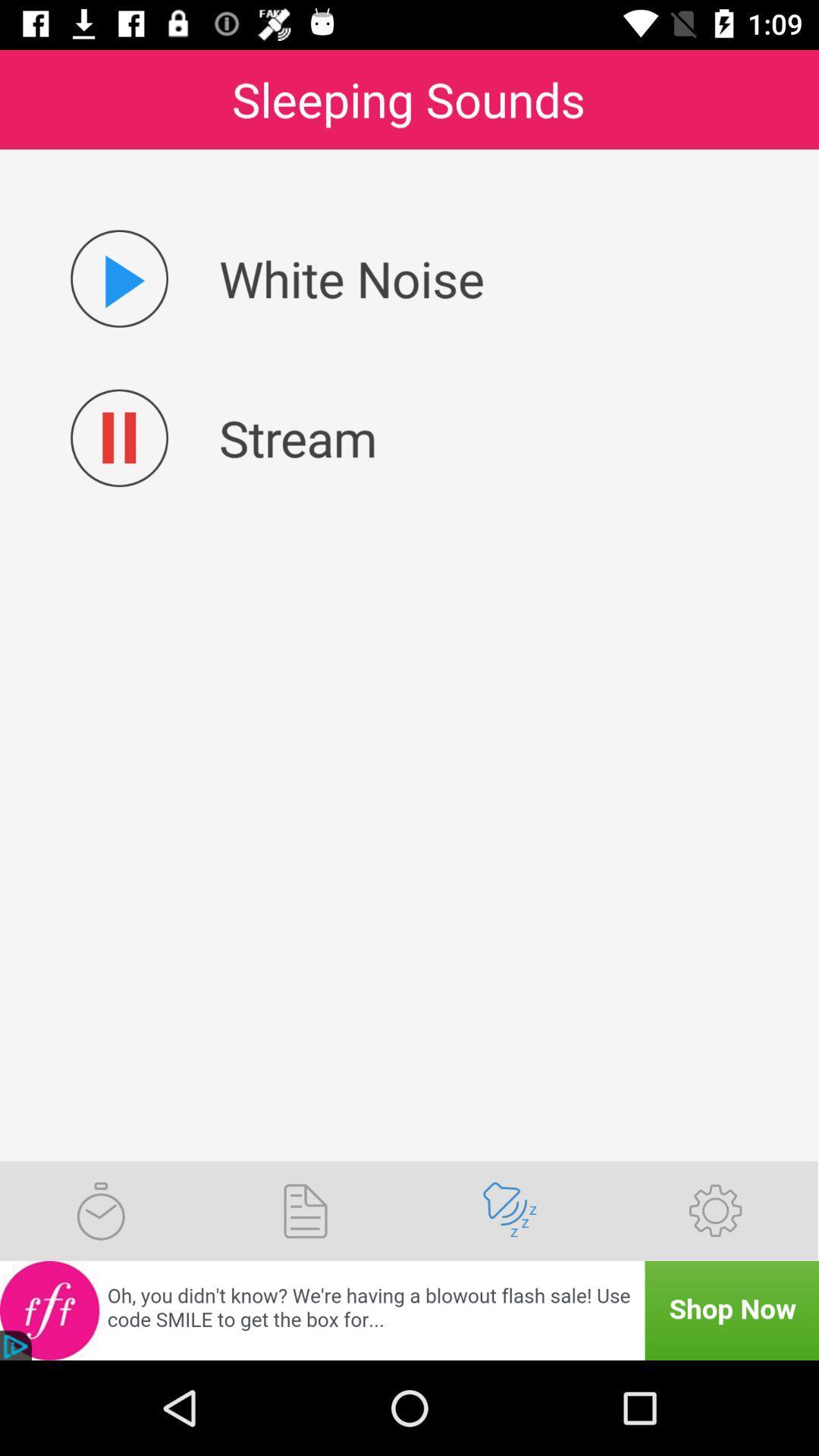 Image resolution: width=819 pixels, height=1456 pixels. I want to click on shop now, so click(409, 1310).